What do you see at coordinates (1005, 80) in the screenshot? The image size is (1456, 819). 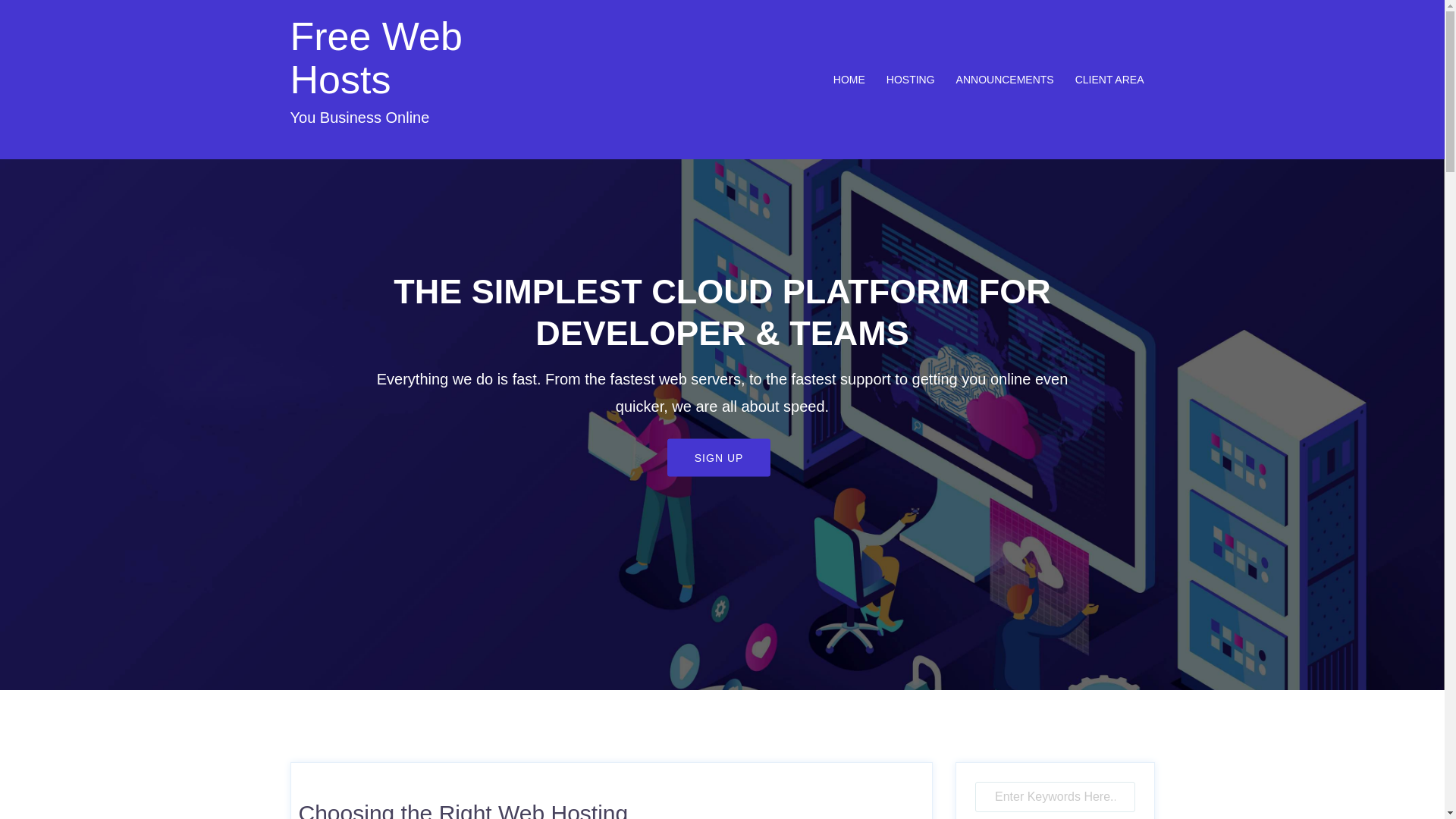 I see `'ANNOUNCEMENTS'` at bounding box center [1005, 80].